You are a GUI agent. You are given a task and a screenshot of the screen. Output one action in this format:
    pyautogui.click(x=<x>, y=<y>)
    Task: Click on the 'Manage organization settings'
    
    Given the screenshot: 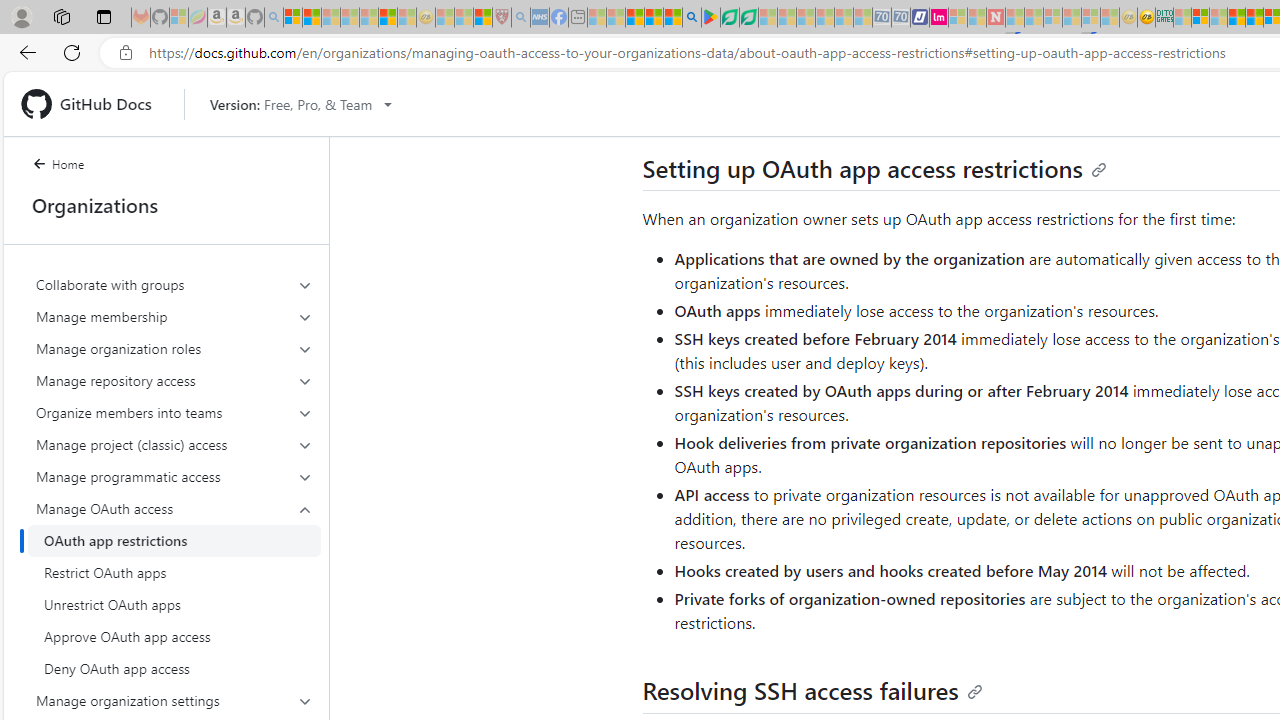 What is the action you would take?
    pyautogui.click(x=174, y=699)
    